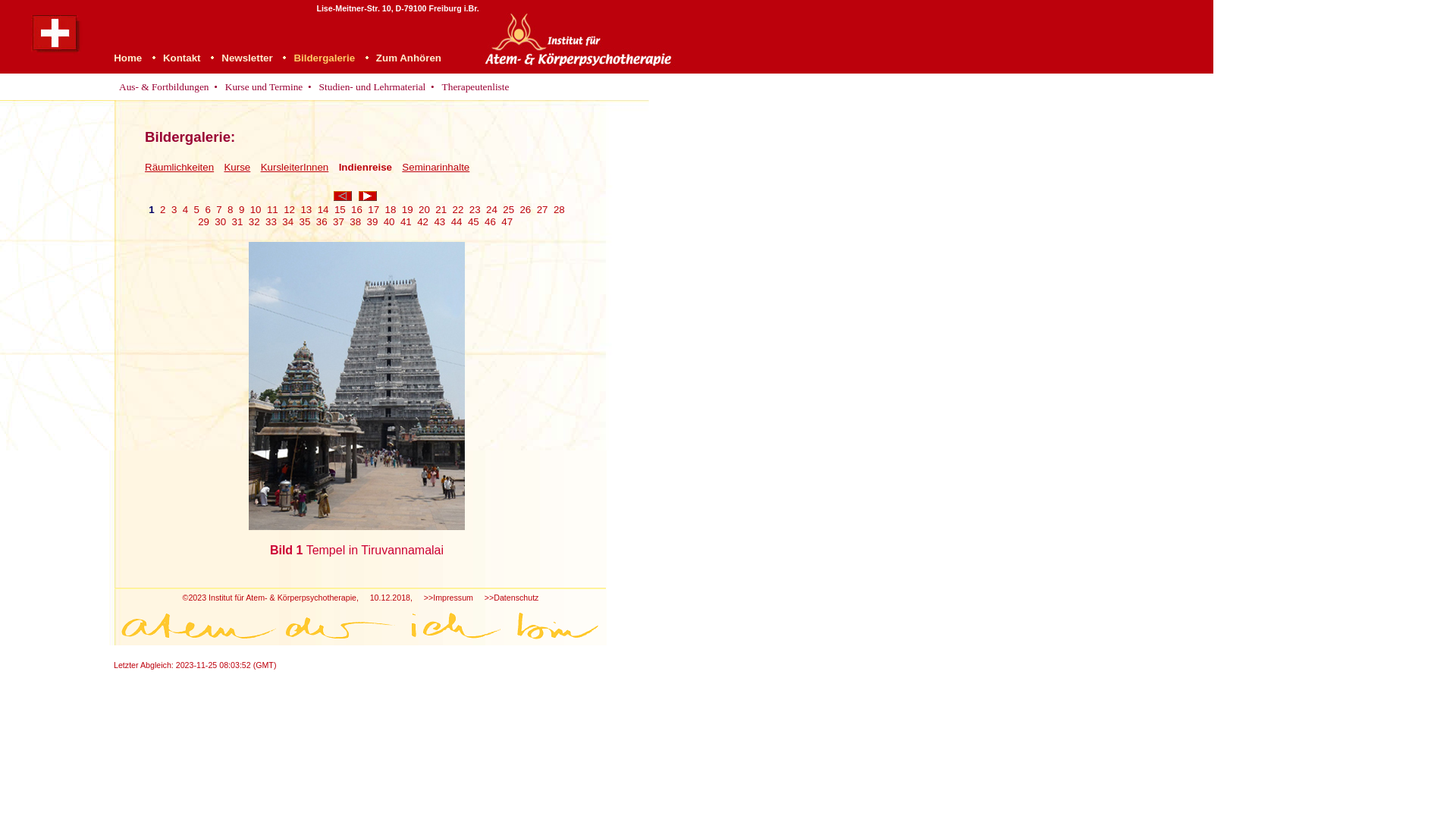  I want to click on '16', so click(350, 209).